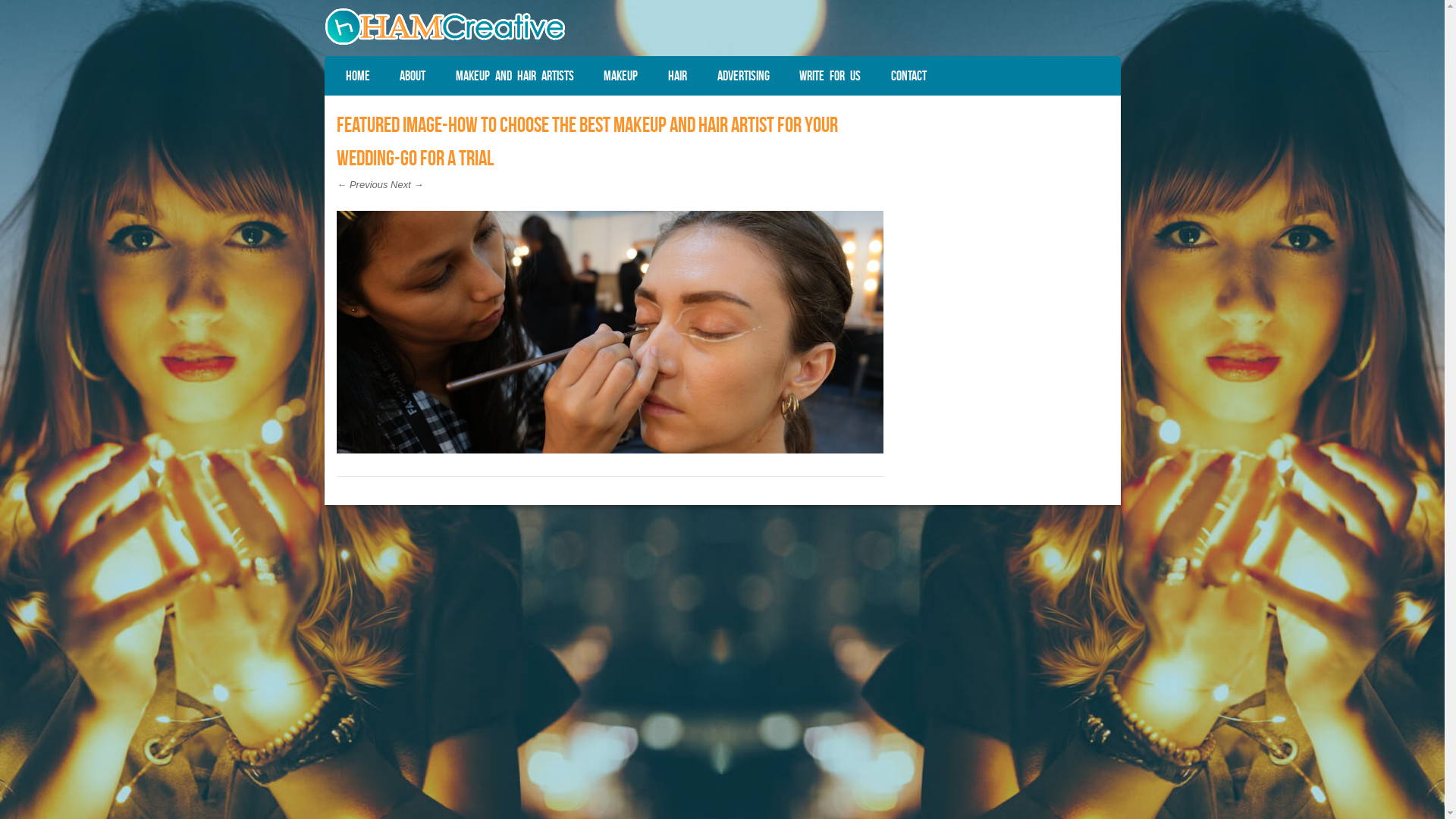 This screenshot has height=819, width=1456. What do you see at coordinates (676, 75) in the screenshot?
I see `'HAIR'` at bounding box center [676, 75].